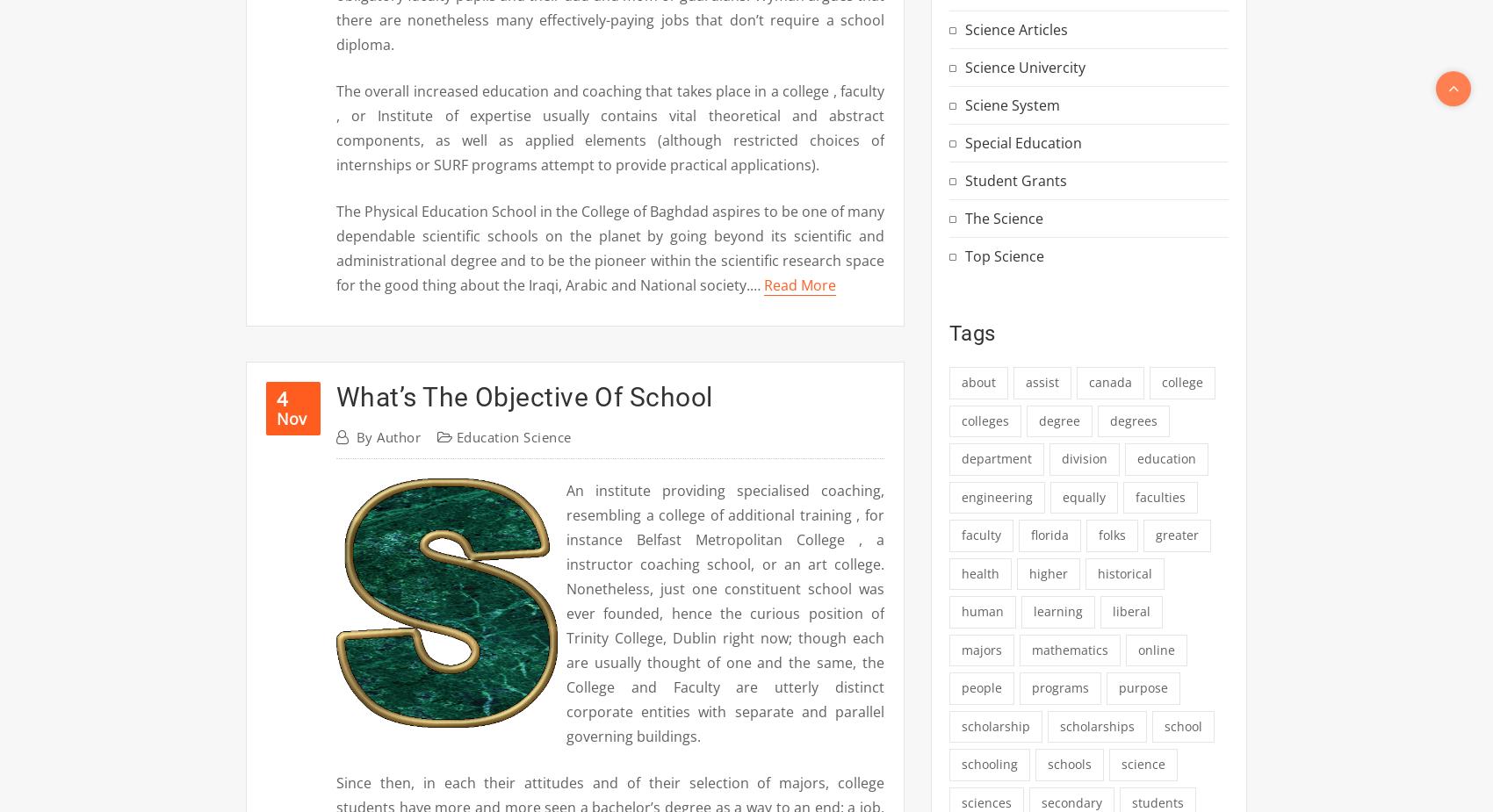 This screenshot has width=1493, height=812. Describe the element at coordinates (1071, 801) in the screenshot. I see `'secondary'` at that location.